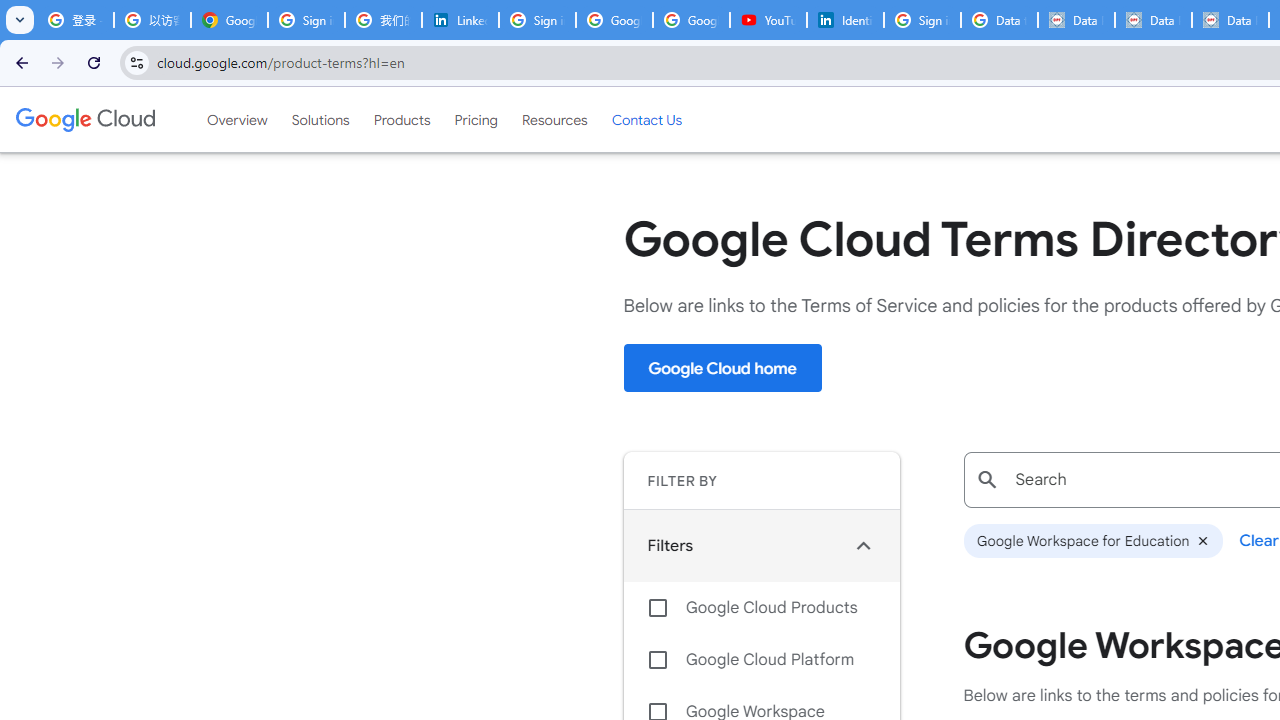 The height and width of the screenshot is (720, 1280). What do you see at coordinates (760, 545) in the screenshot?
I see `'Filters keyboard_arrow_up'` at bounding box center [760, 545].